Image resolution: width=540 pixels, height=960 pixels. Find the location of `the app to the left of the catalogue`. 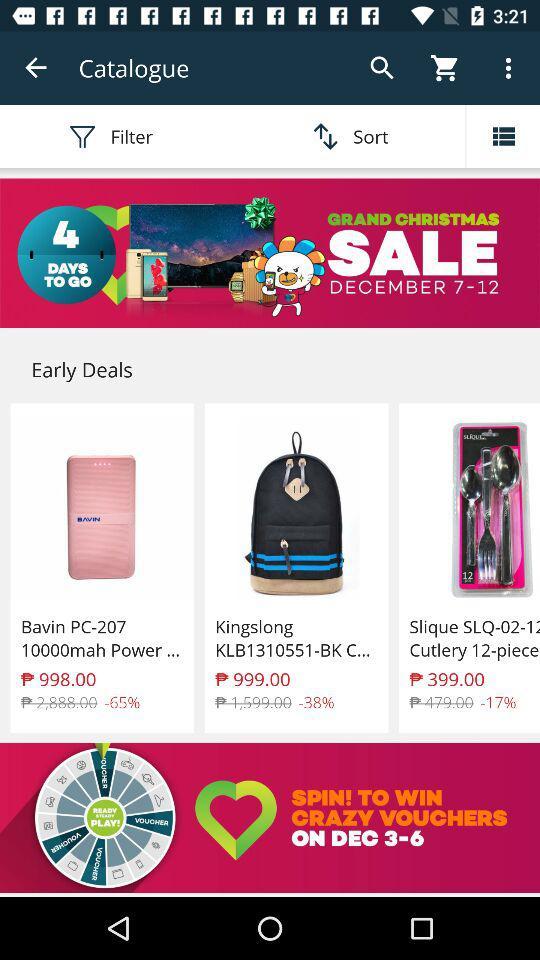

the app to the left of the catalogue is located at coordinates (36, 68).